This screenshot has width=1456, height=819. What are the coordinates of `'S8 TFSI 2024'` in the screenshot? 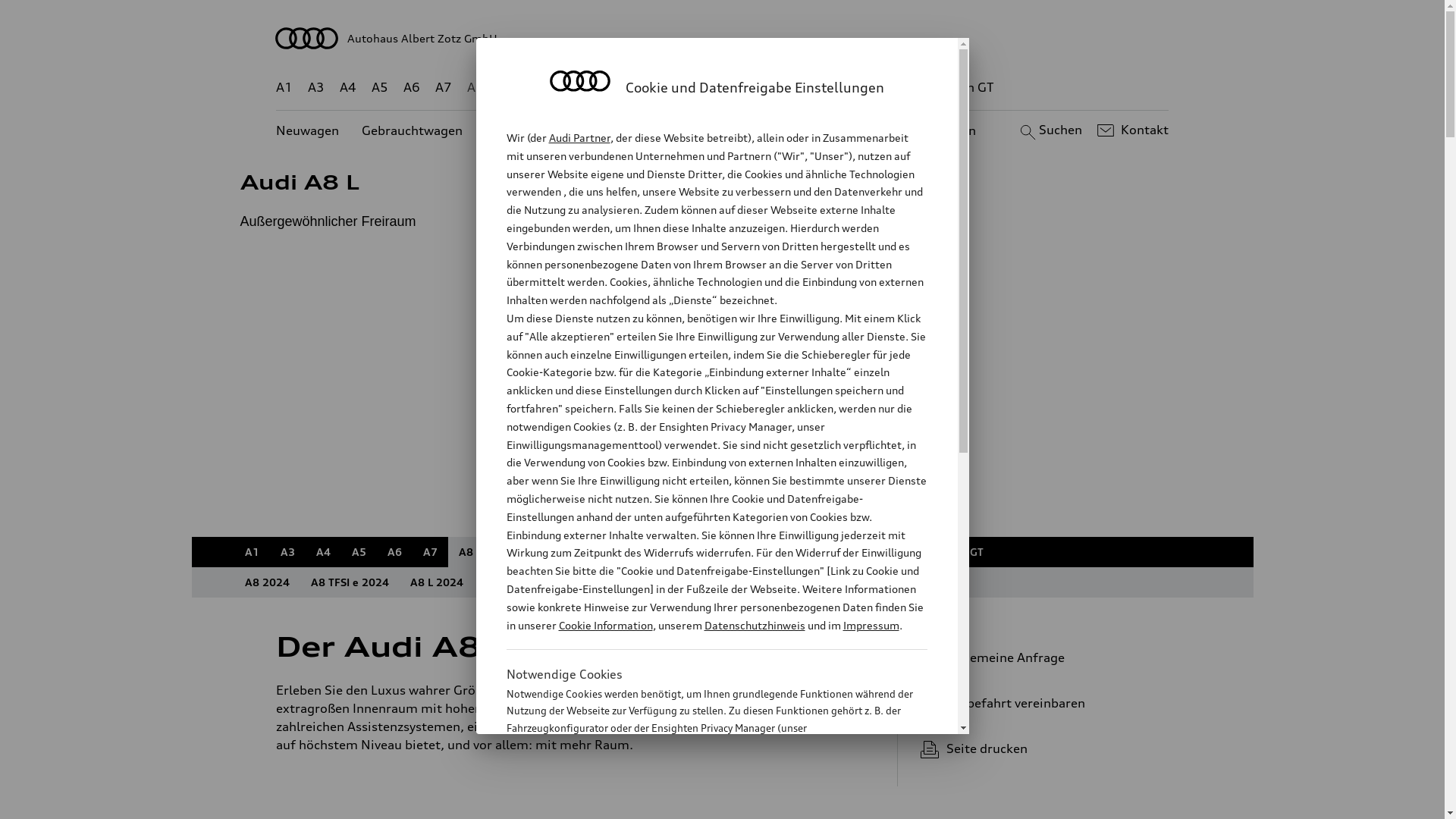 It's located at (625, 581).